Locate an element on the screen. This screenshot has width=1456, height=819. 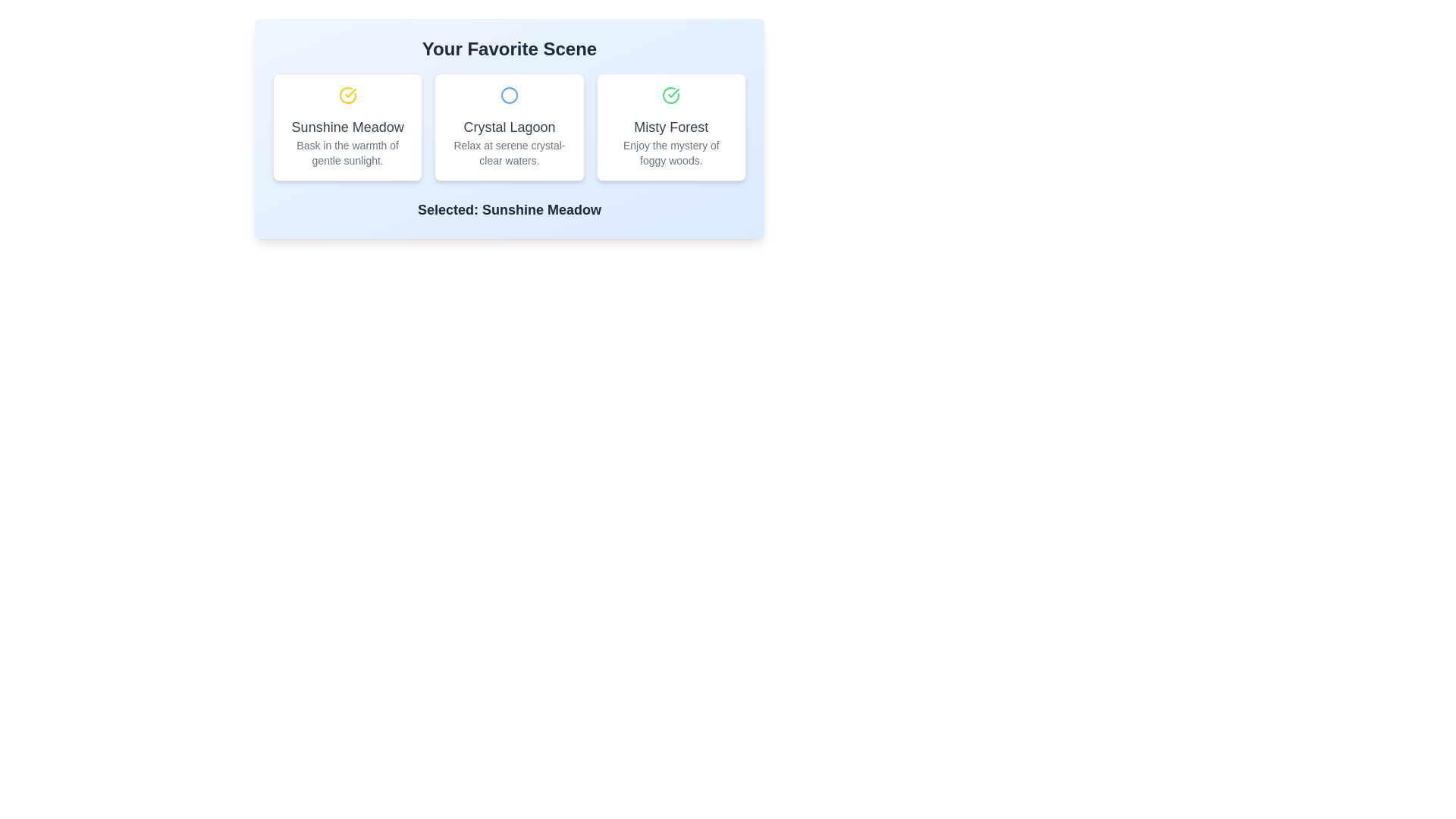
the information label indicating the currently selected scene, which is located below the three selectable scene cards and aligned with the title 'Your Favorite Scene' is located at coordinates (510, 210).